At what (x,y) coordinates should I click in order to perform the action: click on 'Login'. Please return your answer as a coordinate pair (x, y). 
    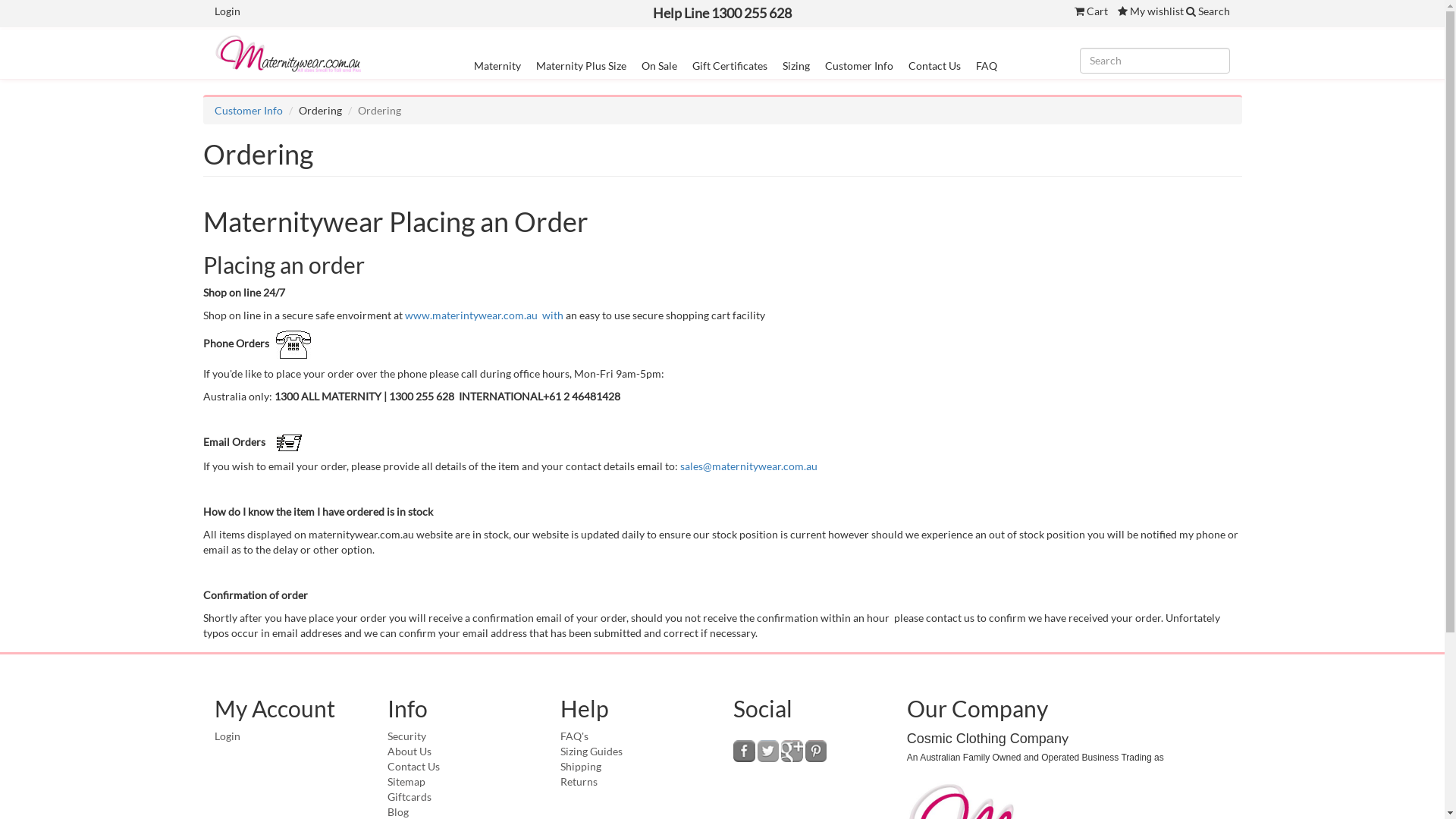
    Looking at the image, I should click on (225, 11).